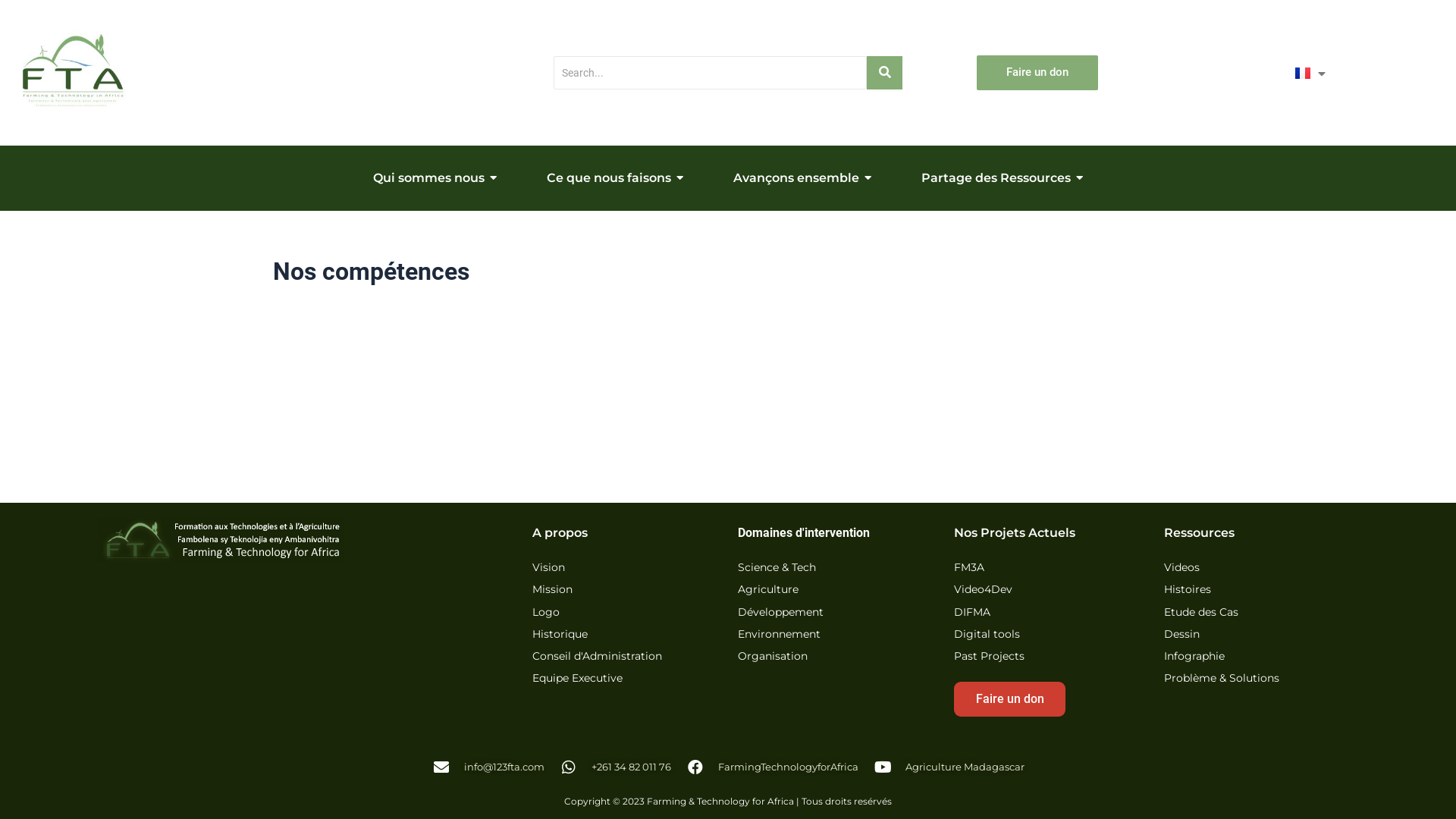  I want to click on 'Infographie', so click(1163, 656).